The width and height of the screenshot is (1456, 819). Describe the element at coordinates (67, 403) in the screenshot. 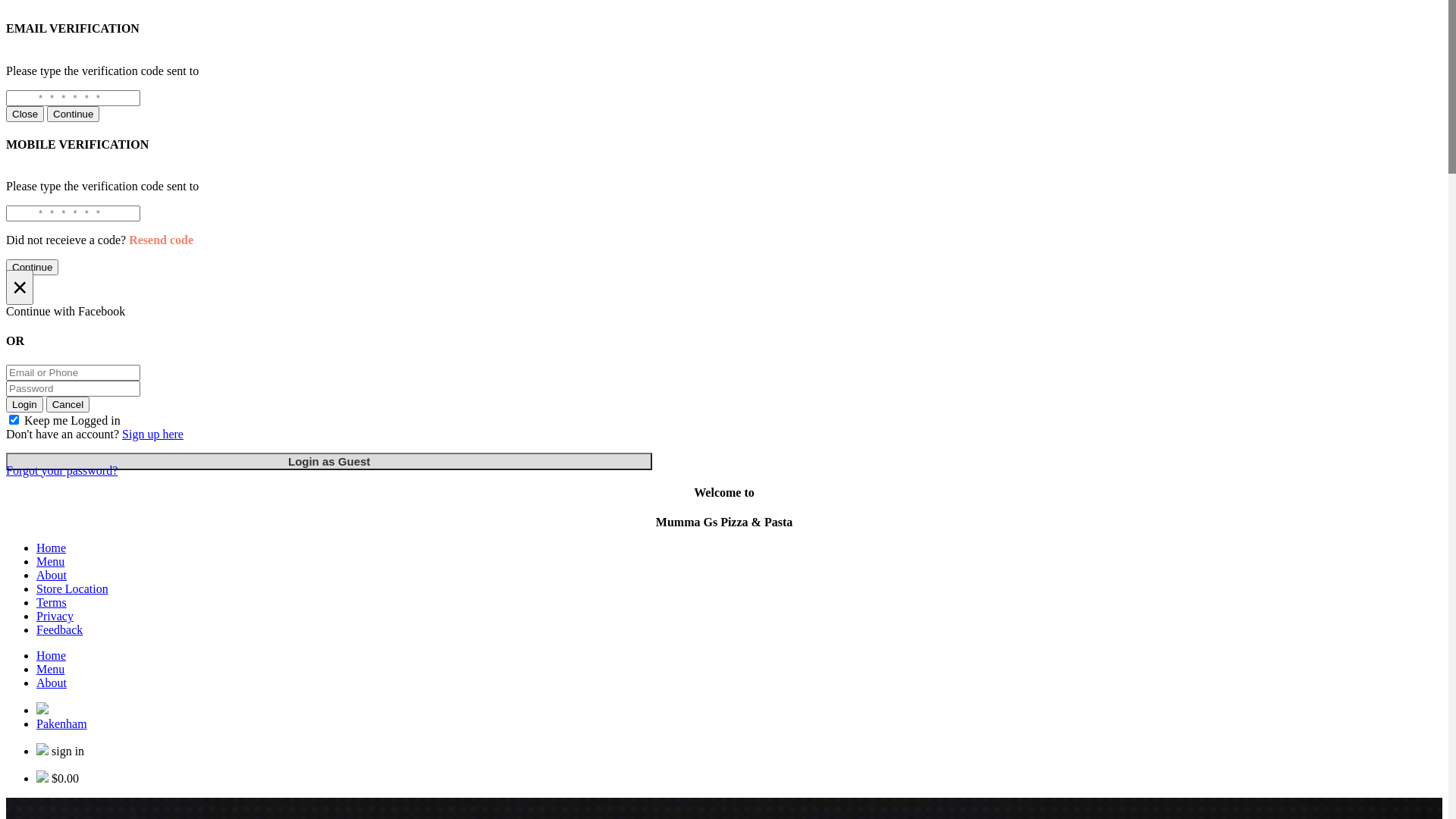

I see `'Cancel'` at that location.